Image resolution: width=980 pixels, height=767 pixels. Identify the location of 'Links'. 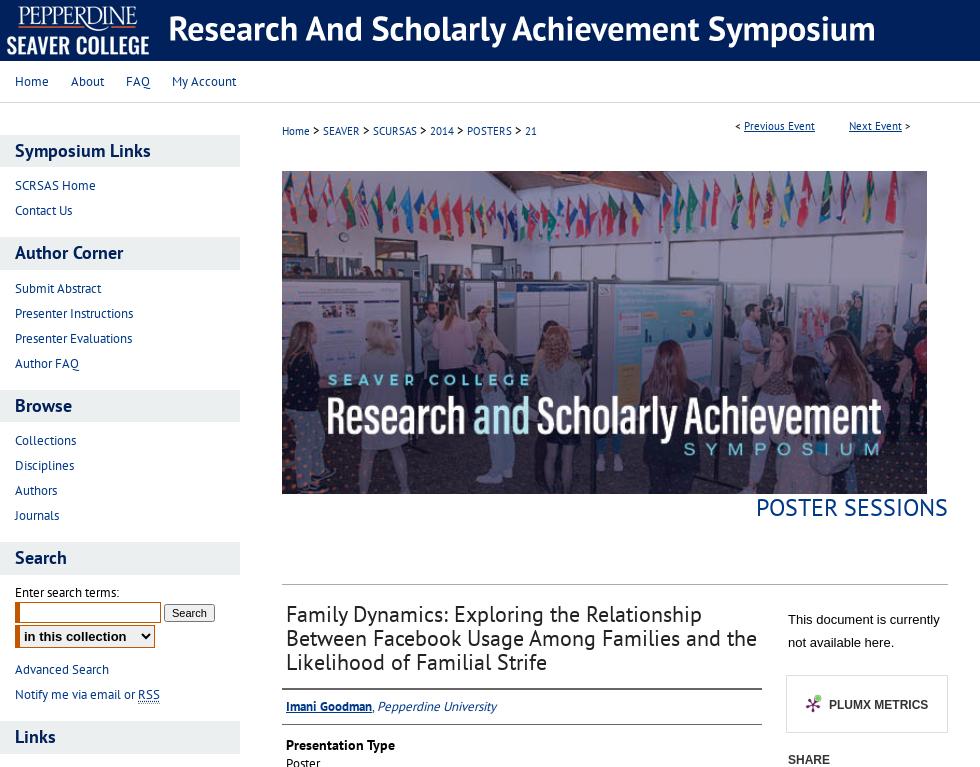
(14, 736).